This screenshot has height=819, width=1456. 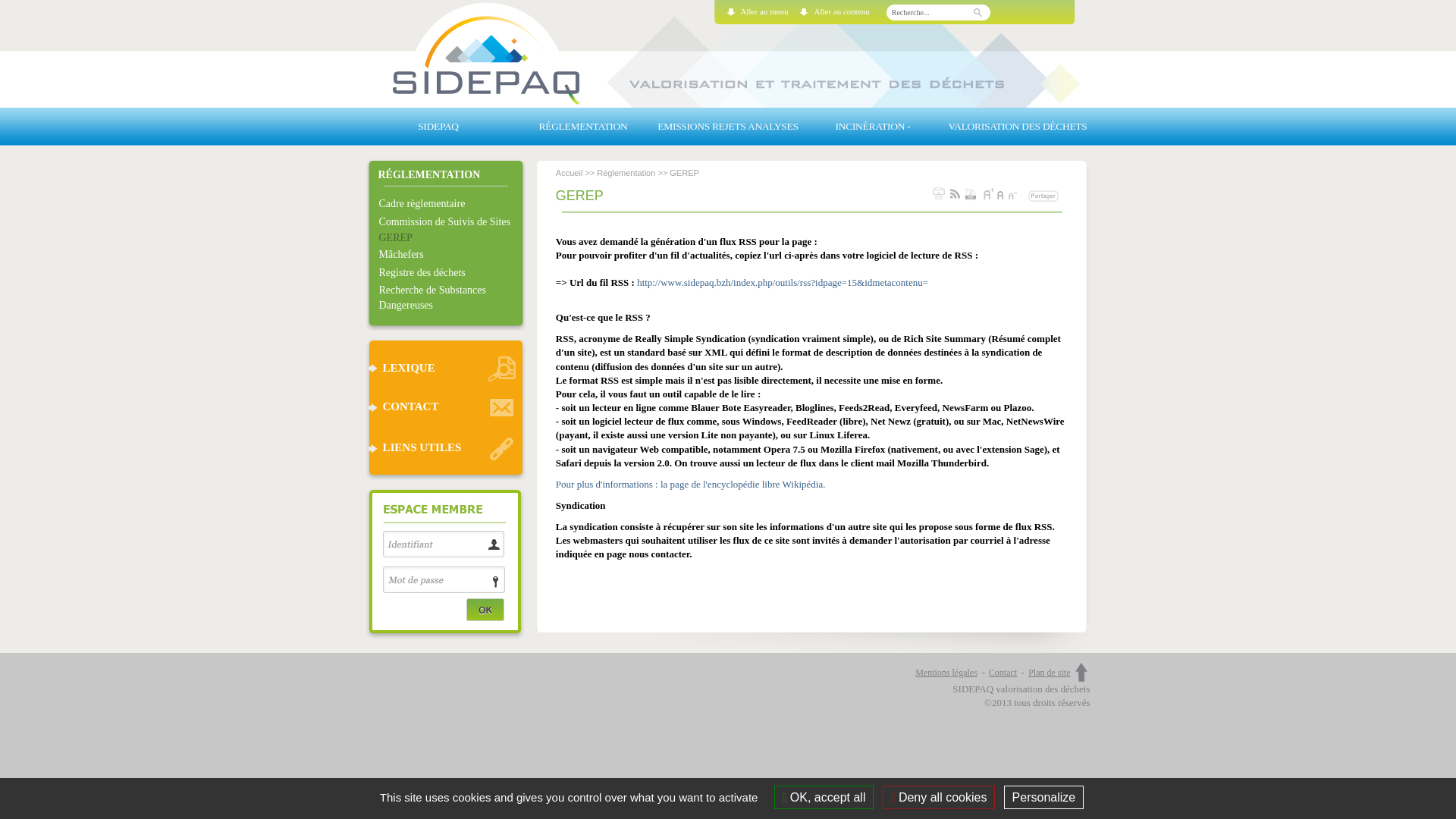 What do you see at coordinates (1014, 192) in the screenshot?
I see `'Reduir le texte'` at bounding box center [1014, 192].